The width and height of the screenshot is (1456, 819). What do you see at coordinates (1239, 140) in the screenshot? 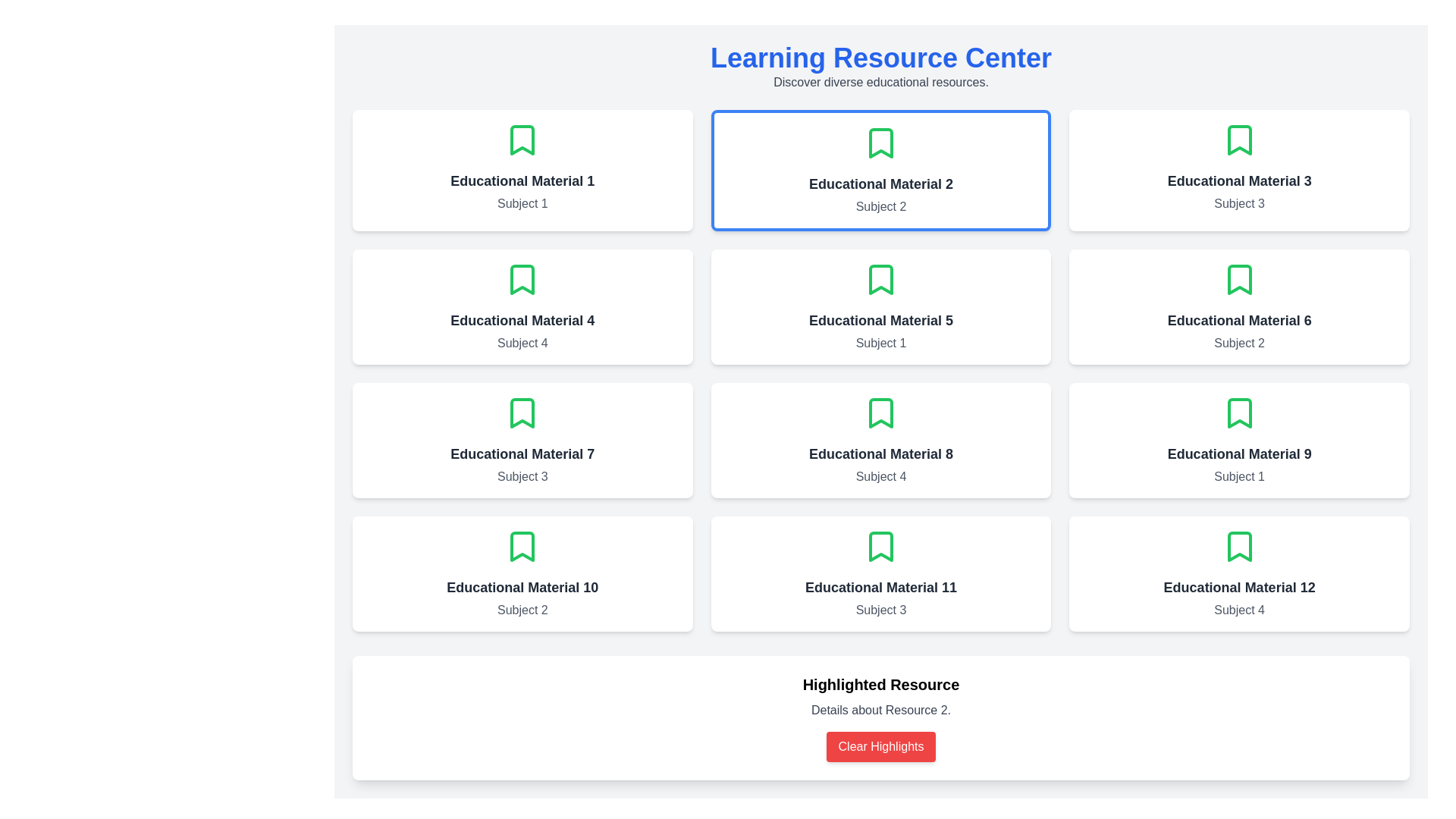
I see `the bookmark-shaped icon with a green outline located in the top-right corner of the card labeled 'Educational Material 3'` at bounding box center [1239, 140].